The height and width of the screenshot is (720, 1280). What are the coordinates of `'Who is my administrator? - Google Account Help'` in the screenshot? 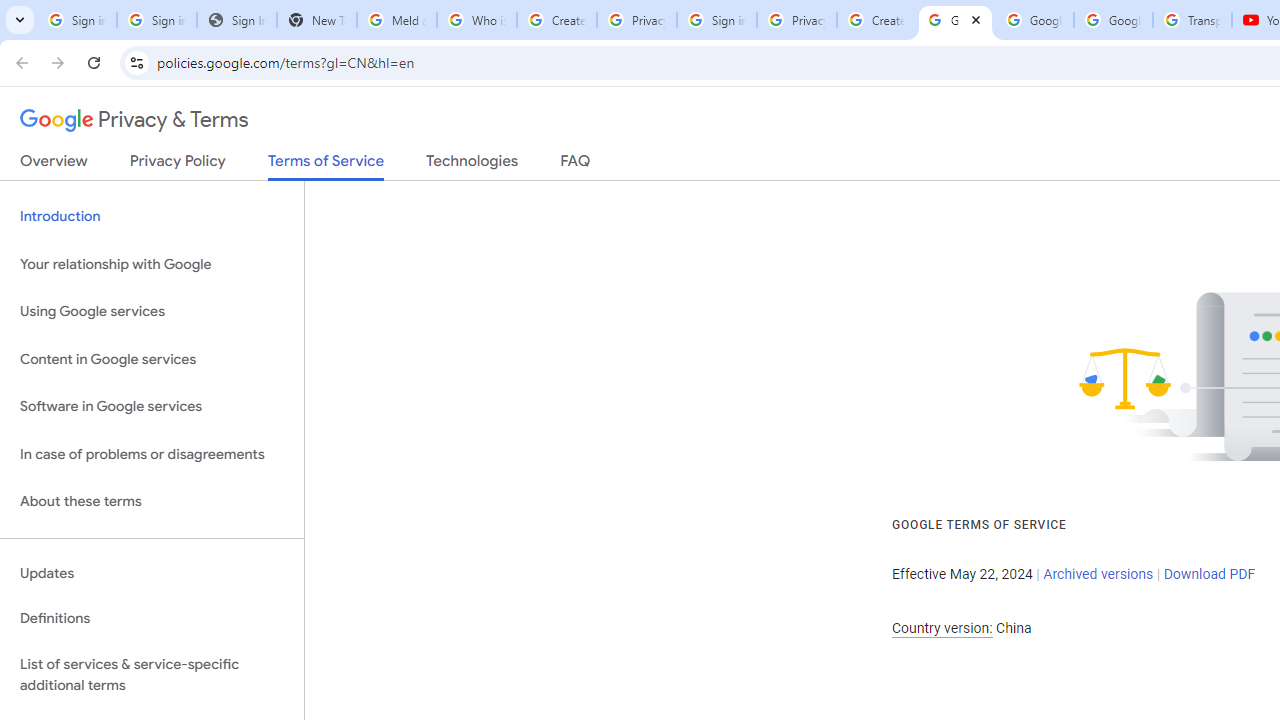 It's located at (475, 20).